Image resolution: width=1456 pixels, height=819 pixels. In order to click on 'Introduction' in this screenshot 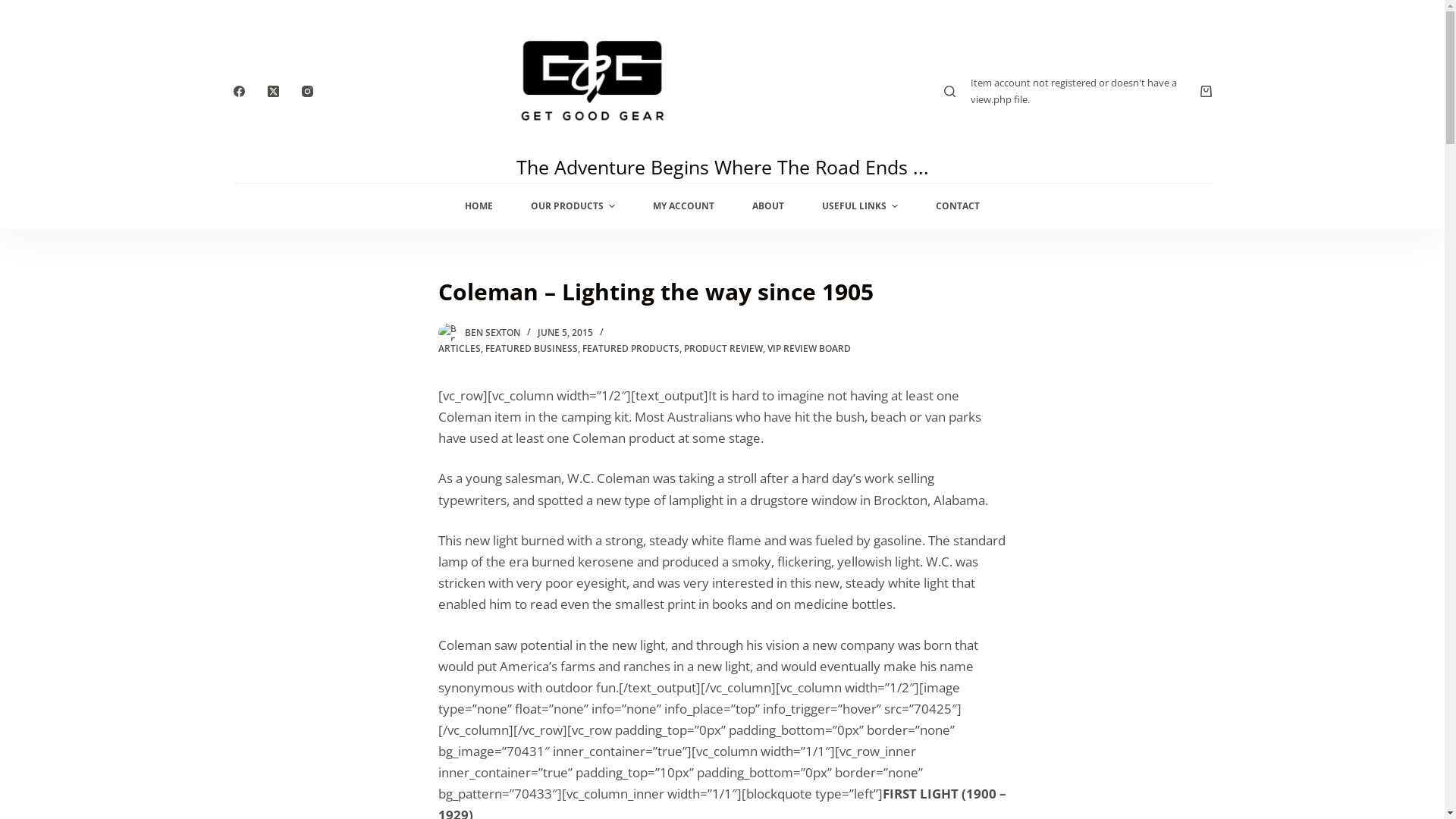, I will do `click(523, 535)`.